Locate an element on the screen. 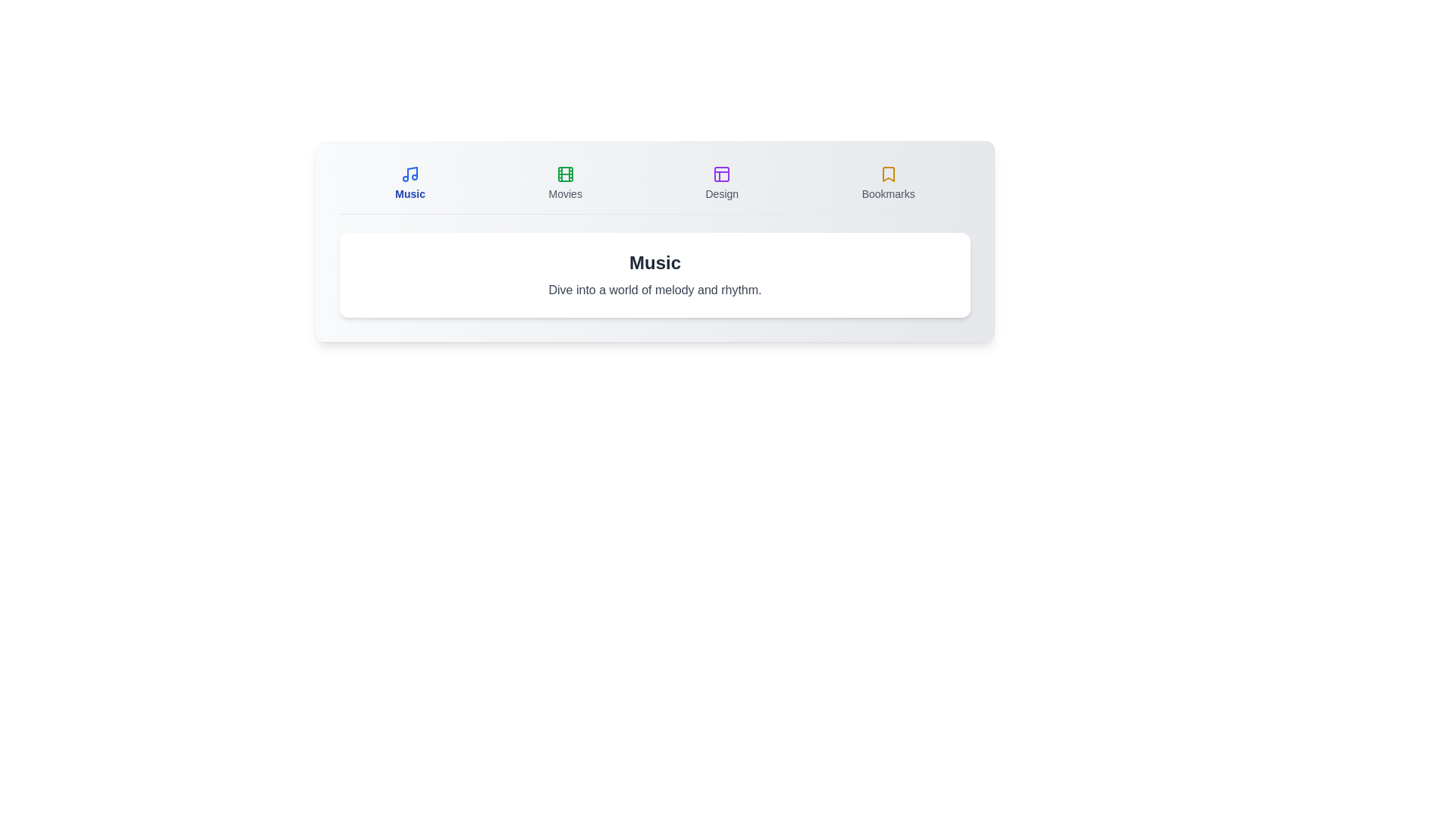  the tab labeled Design to switch to it is located at coordinates (721, 183).